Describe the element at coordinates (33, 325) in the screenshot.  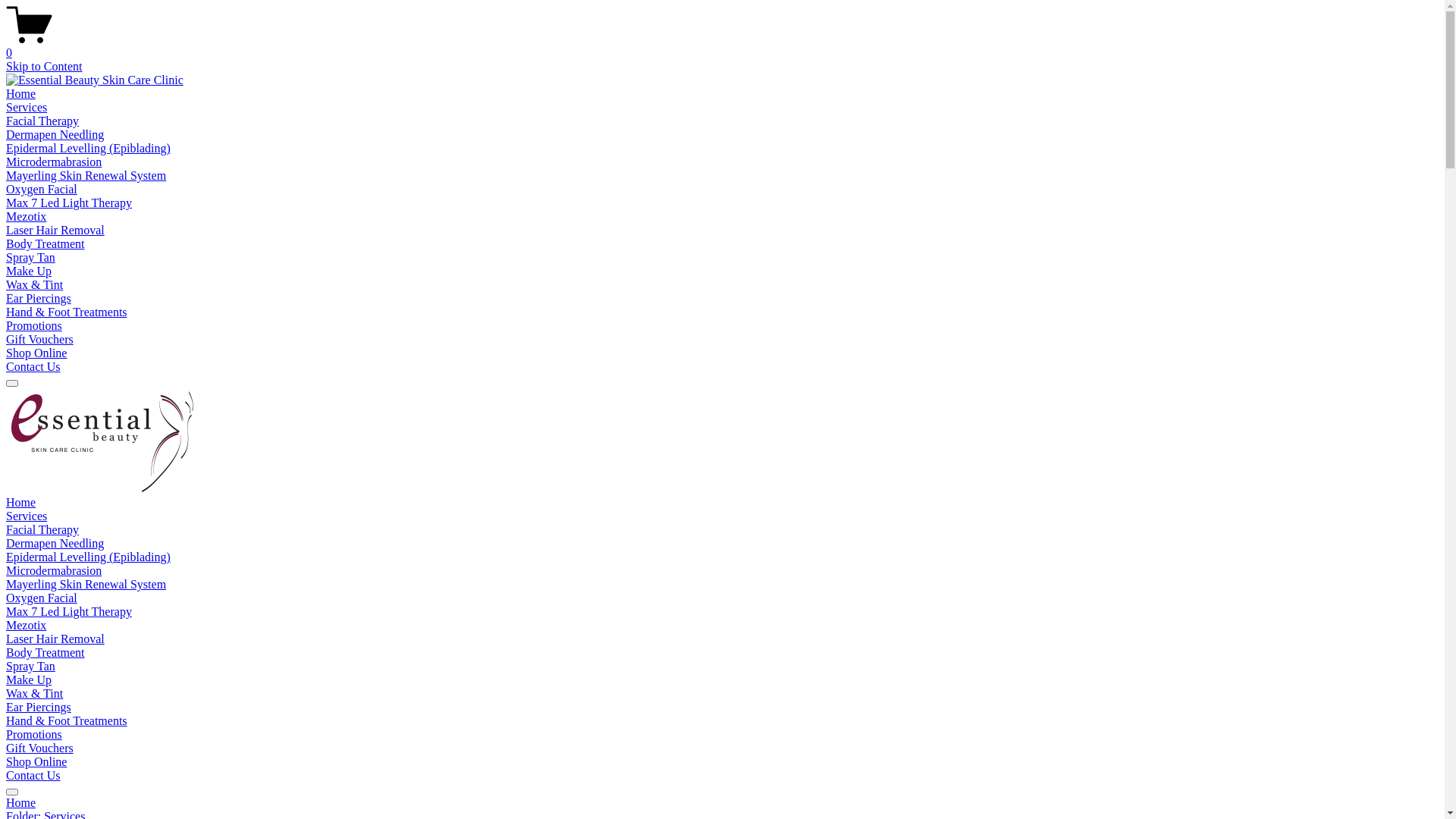
I see `'Promotions'` at that location.